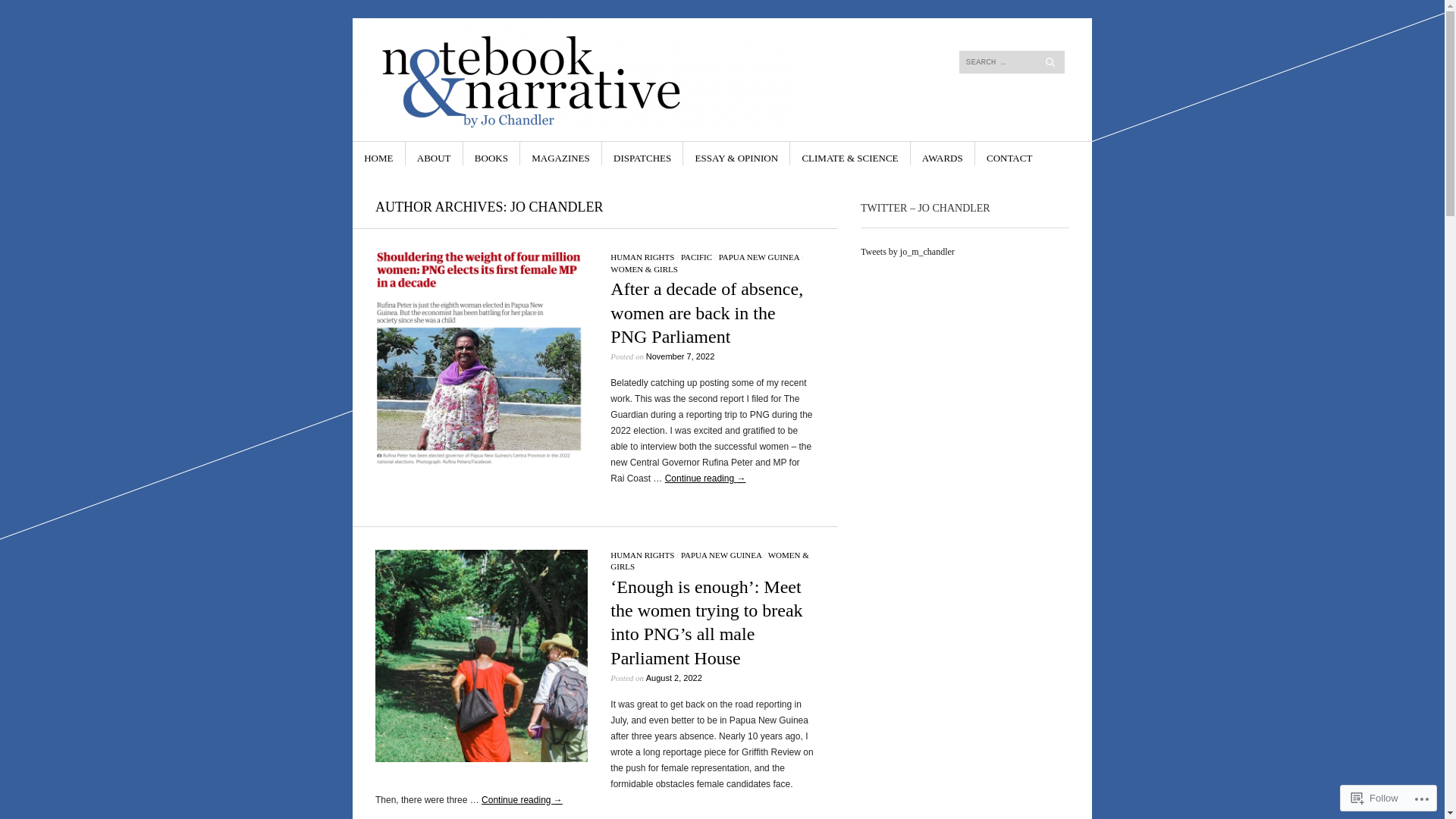  Describe the element at coordinates (1375, 797) in the screenshot. I see `'Follow'` at that location.